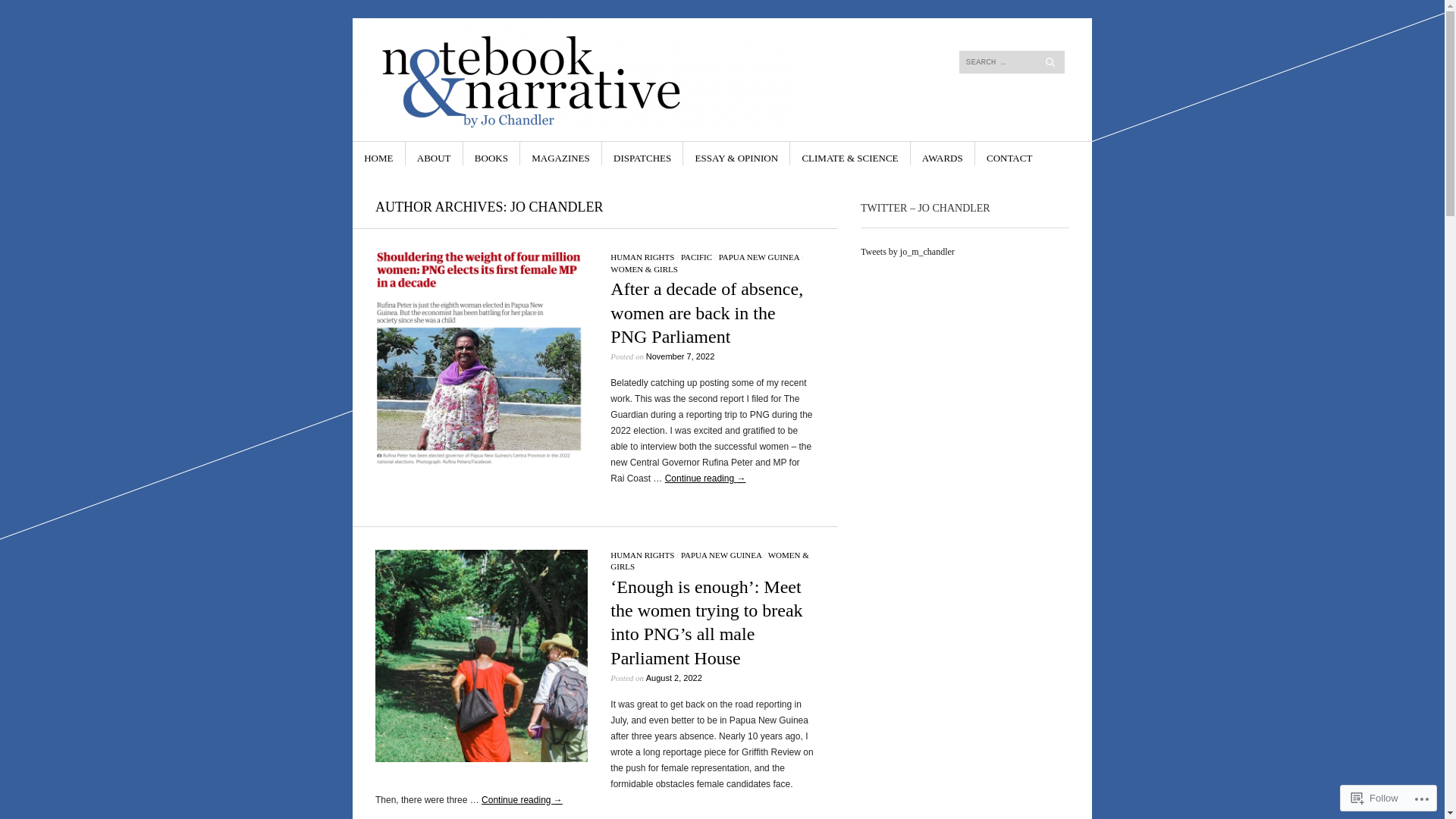  Describe the element at coordinates (1375, 797) in the screenshot. I see `'Follow'` at that location.